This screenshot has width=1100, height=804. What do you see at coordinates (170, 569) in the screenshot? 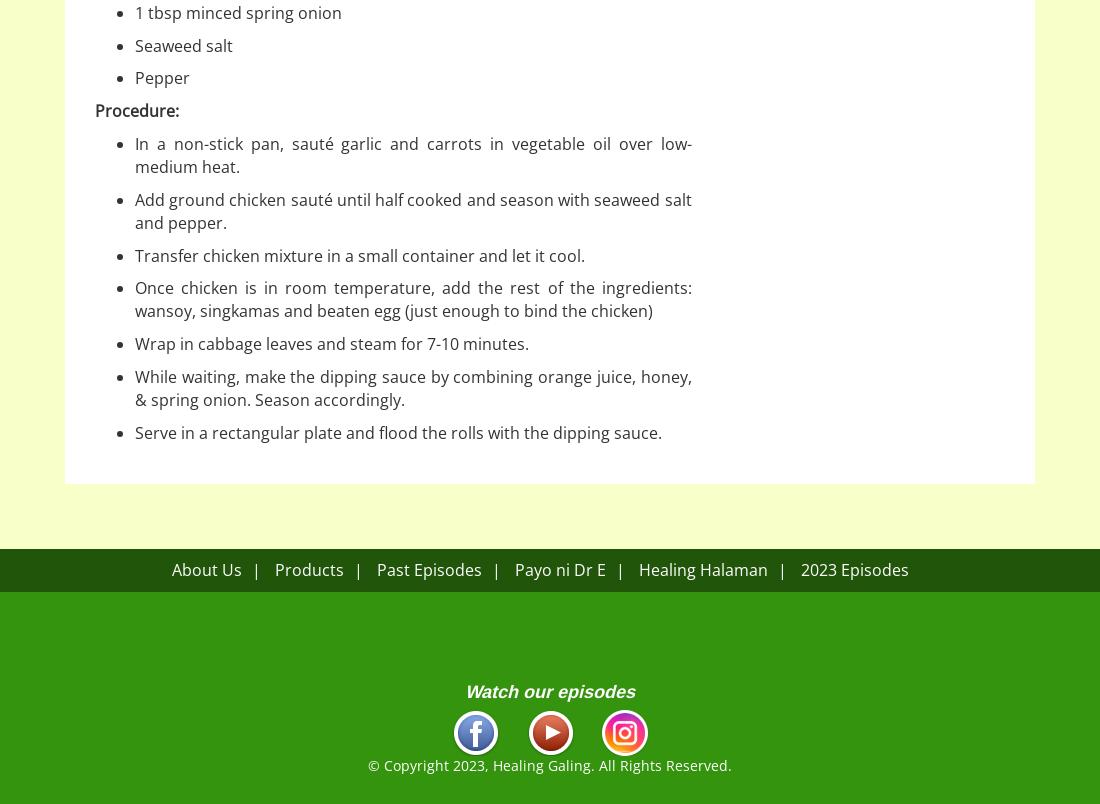
I see `'About Us'` at bounding box center [170, 569].